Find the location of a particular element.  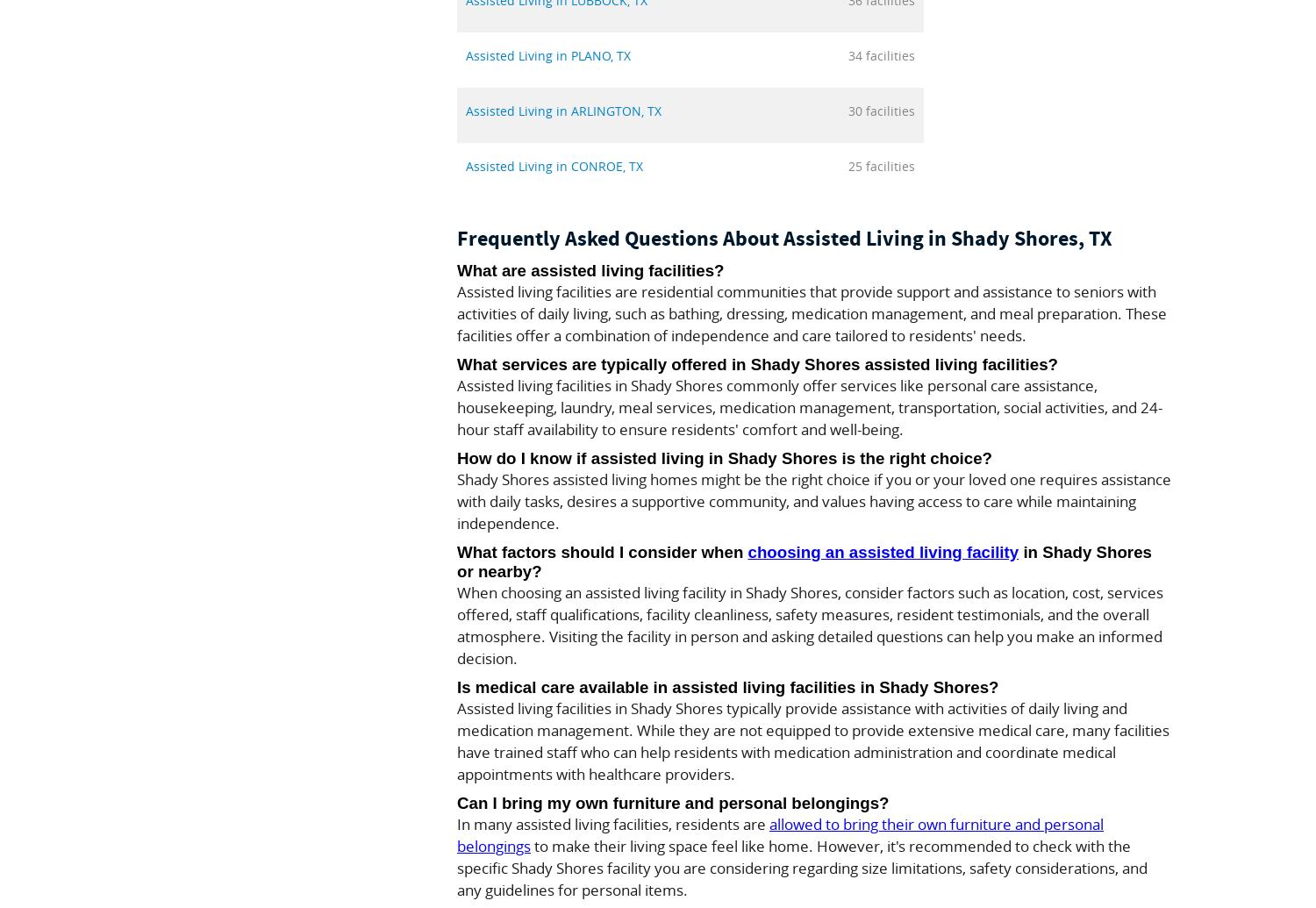

'Shady Shores assisted living homes might be the right choice if you or your loved one requires assistance with daily tasks, desires a supportive community, and values having access to care while maintaining independence.' is located at coordinates (456, 500).